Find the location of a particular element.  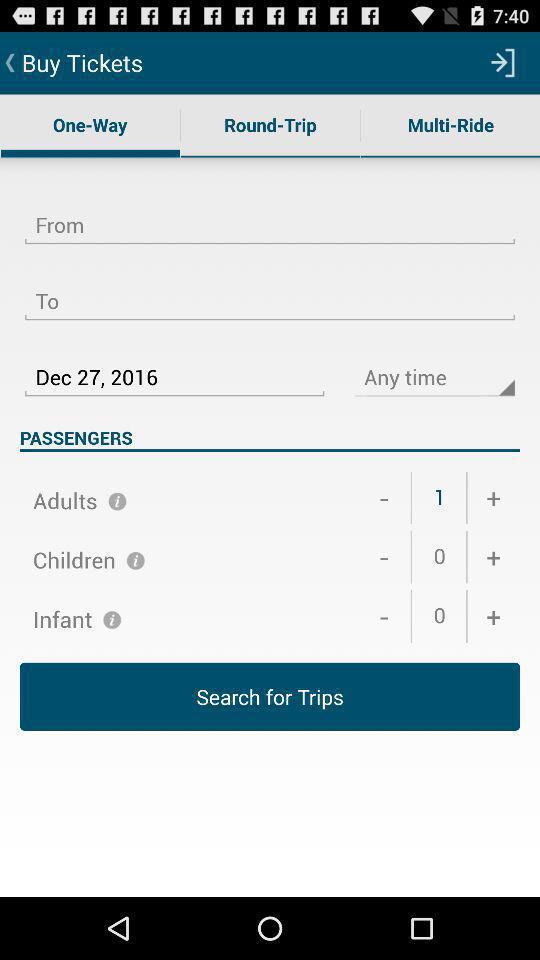

the item below the passengers icon is located at coordinates (384, 497).